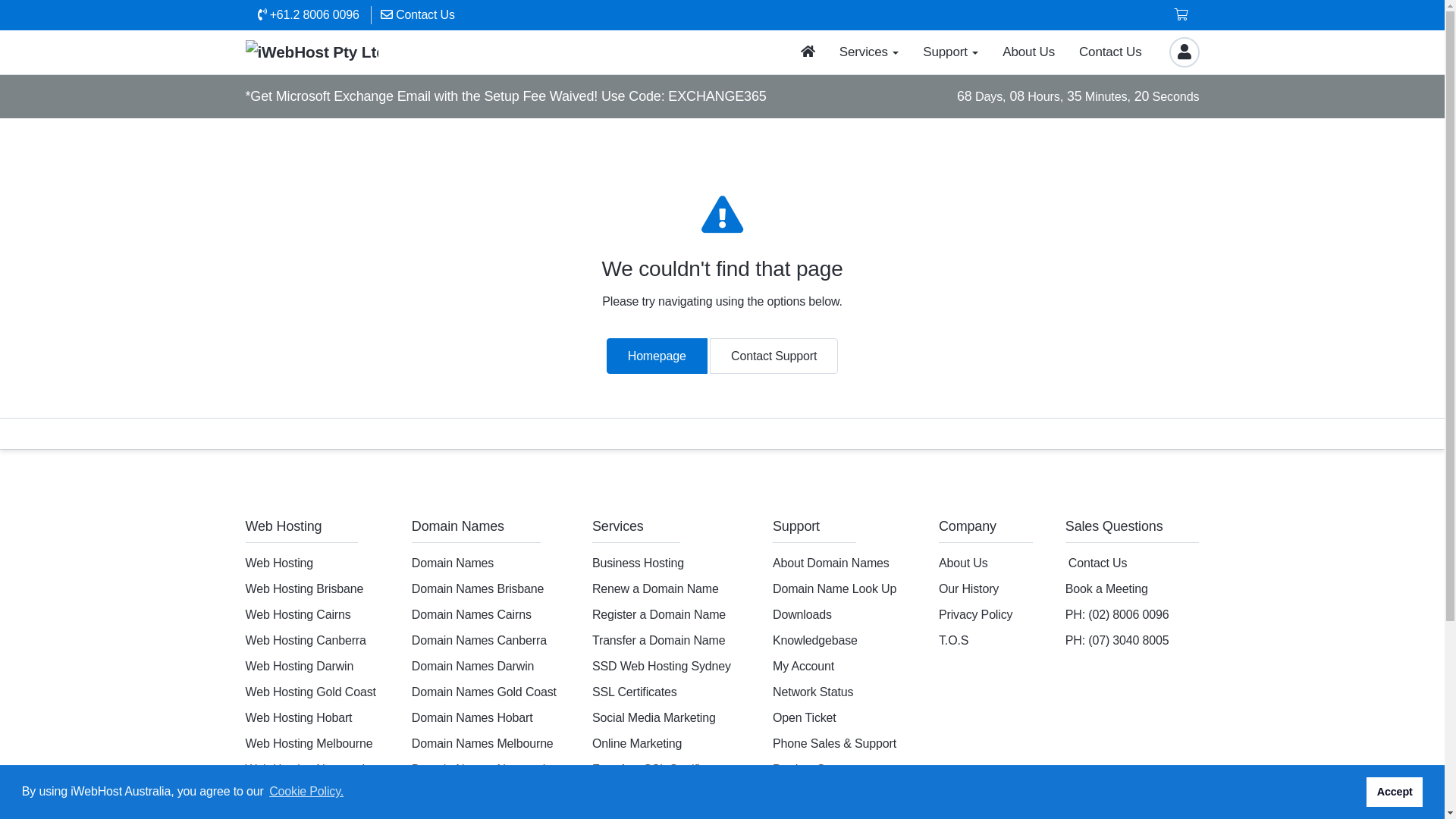 The width and height of the screenshot is (1456, 819). What do you see at coordinates (300, 665) in the screenshot?
I see `'Web Hosting Darwin'` at bounding box center [300, 665].